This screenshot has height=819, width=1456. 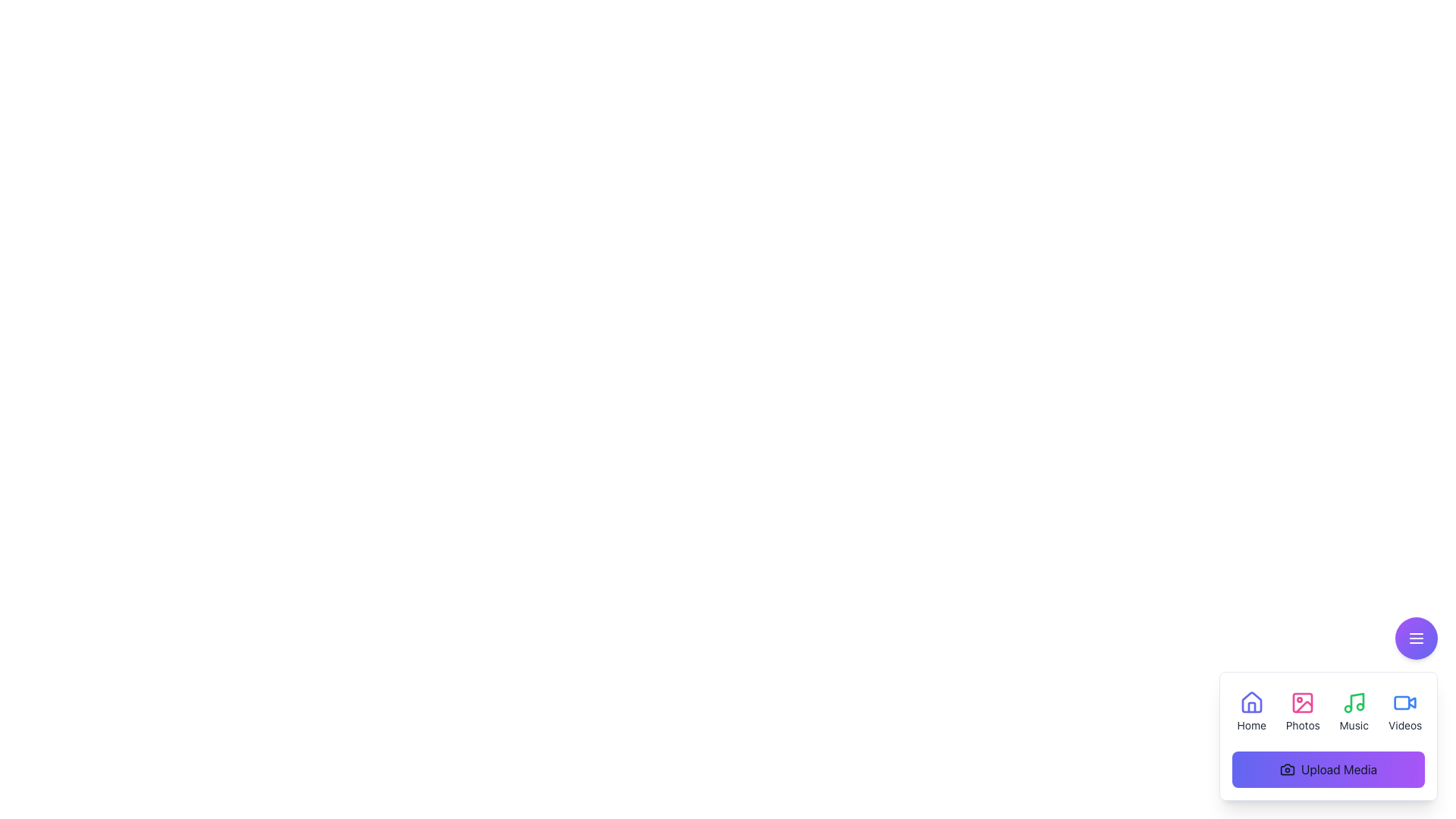 What do you see at coordinates (1354, 711) in the screenshot?
I see `the music management button, which is the third button in a horizontal grid of four buttons located` at bounding box center [1354, 711].